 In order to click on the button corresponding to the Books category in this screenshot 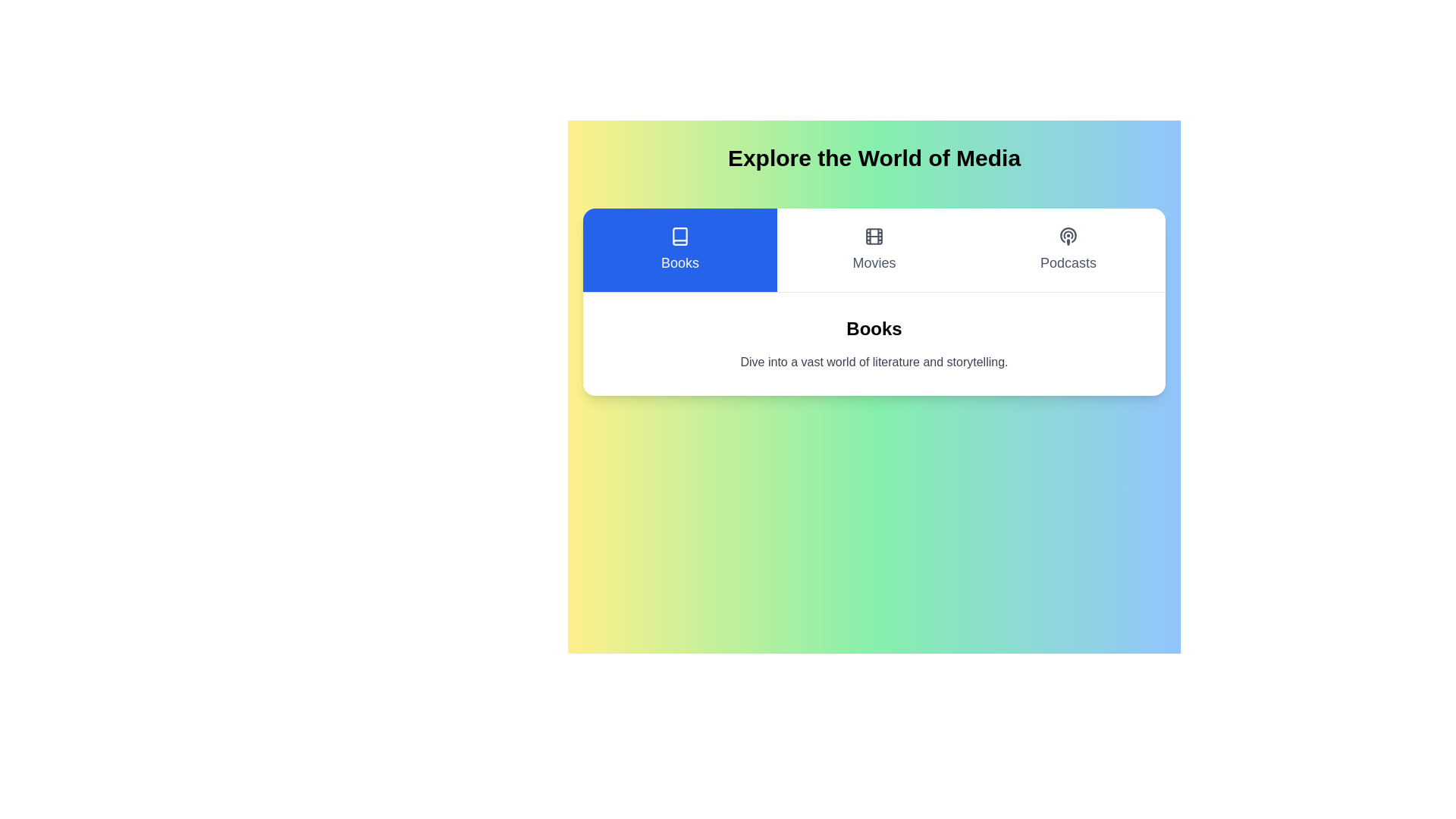, I will do `click(679, 249)`.